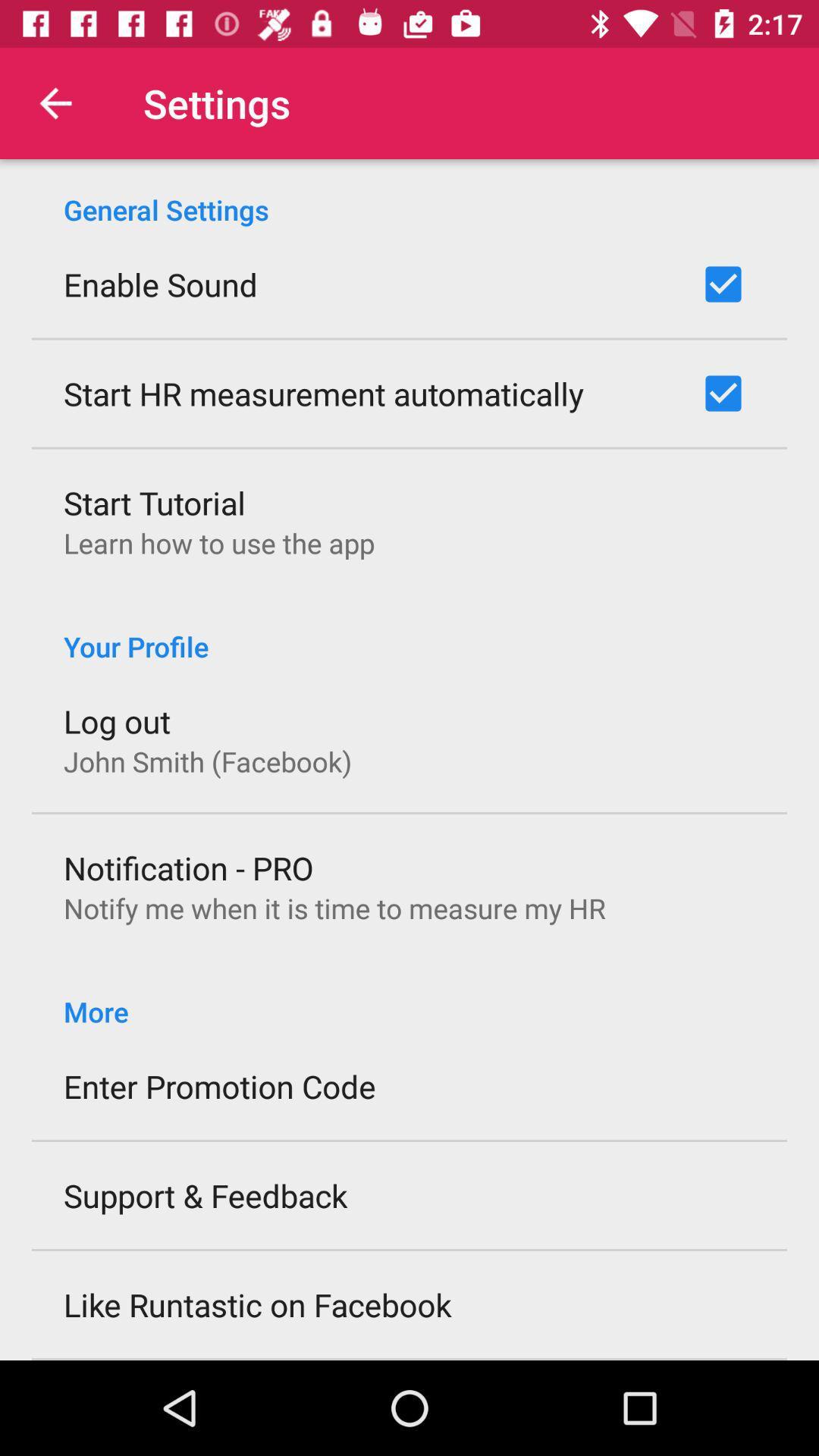  I want to click on the icon below start hr measurement item, so click(155, 502).